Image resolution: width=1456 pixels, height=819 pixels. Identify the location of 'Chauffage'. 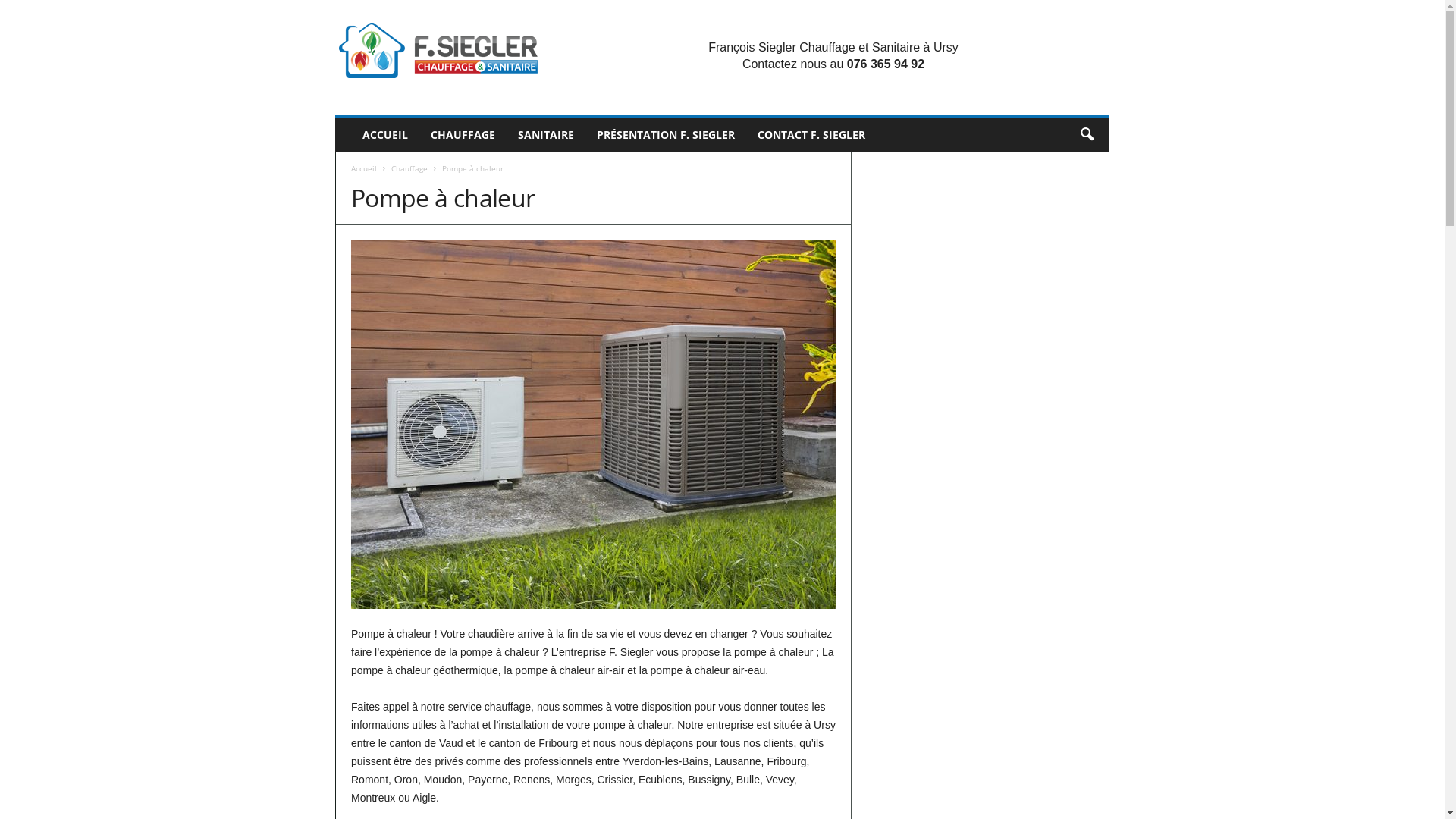
(391, 168).